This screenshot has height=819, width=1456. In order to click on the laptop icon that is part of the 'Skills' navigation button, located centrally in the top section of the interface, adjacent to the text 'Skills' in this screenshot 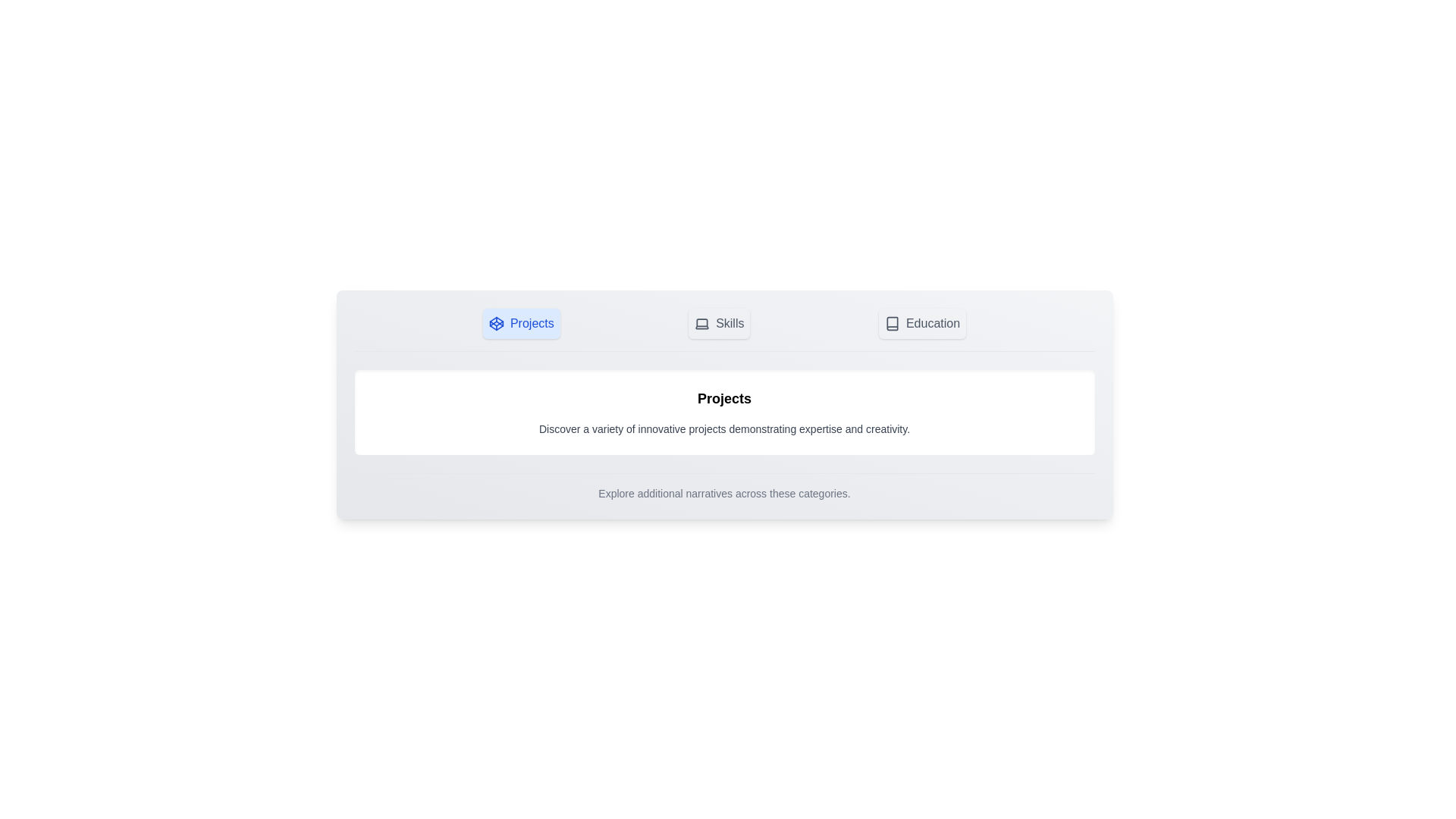, I will do `click(701, 323)`.